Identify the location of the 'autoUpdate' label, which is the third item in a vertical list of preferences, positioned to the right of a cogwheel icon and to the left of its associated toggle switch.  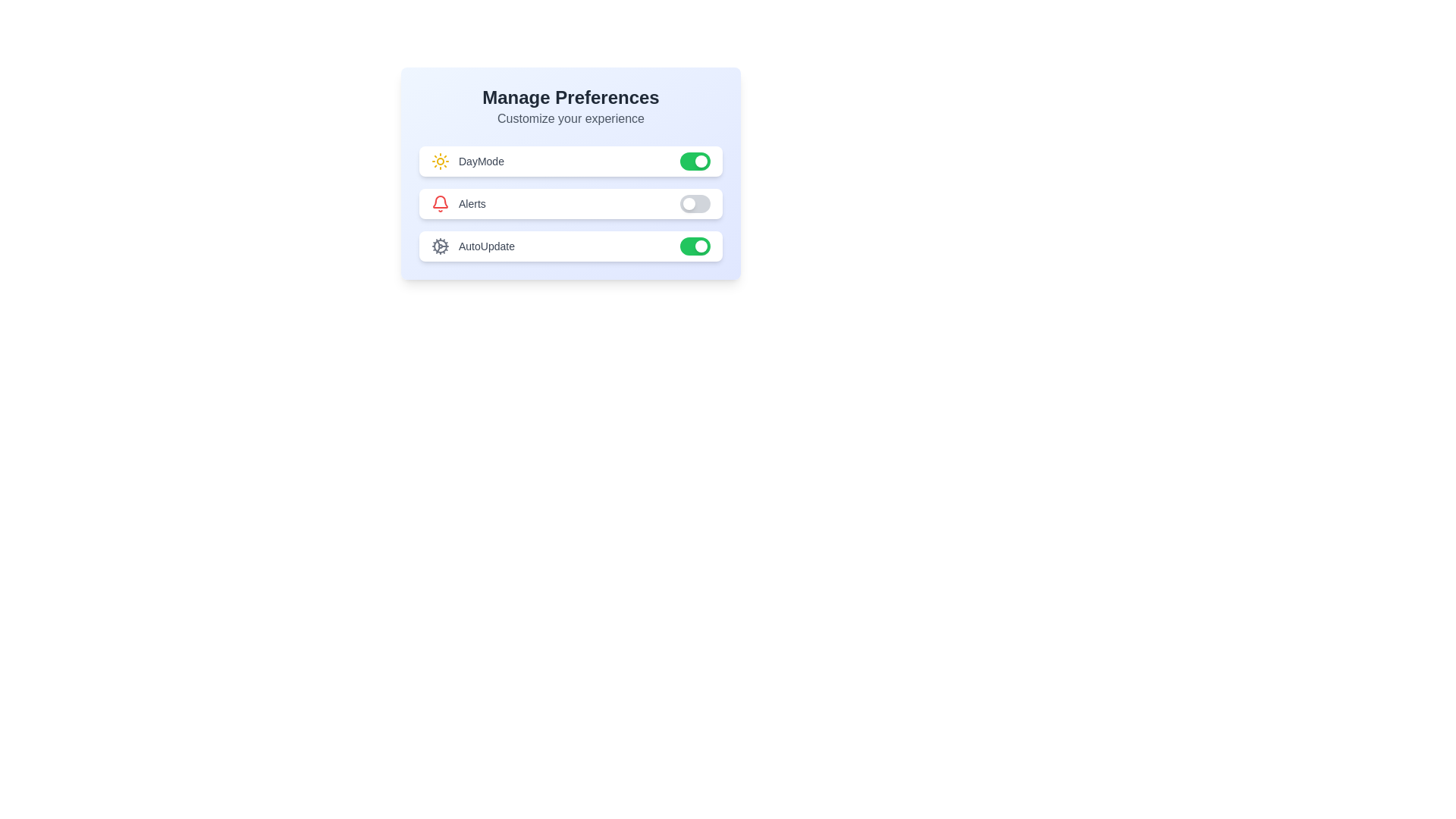
(487, 245).